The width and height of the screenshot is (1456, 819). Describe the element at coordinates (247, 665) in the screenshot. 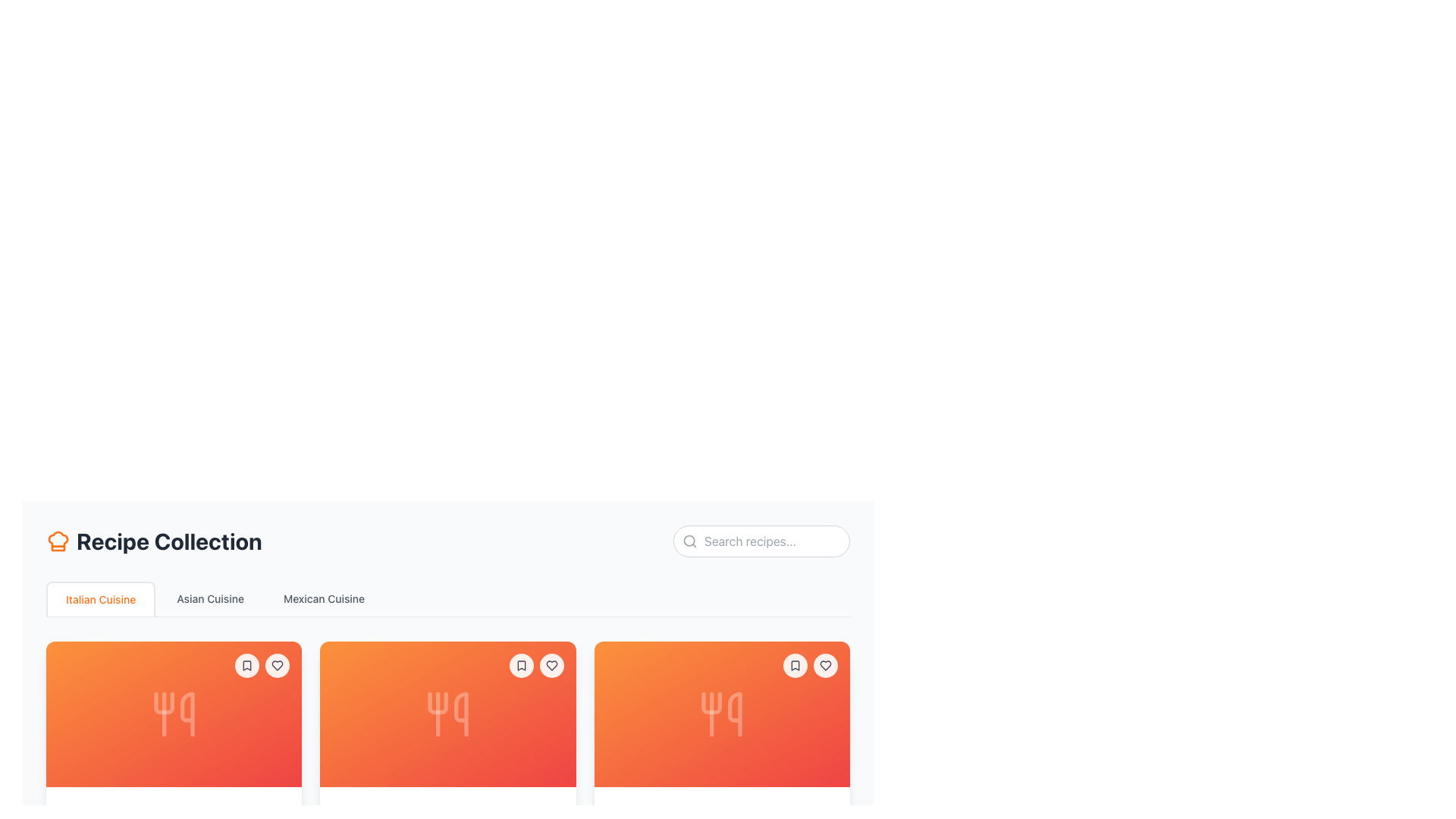

I see `the first bookmark button located at the right corner of the first item card in the grid layout` at that location.